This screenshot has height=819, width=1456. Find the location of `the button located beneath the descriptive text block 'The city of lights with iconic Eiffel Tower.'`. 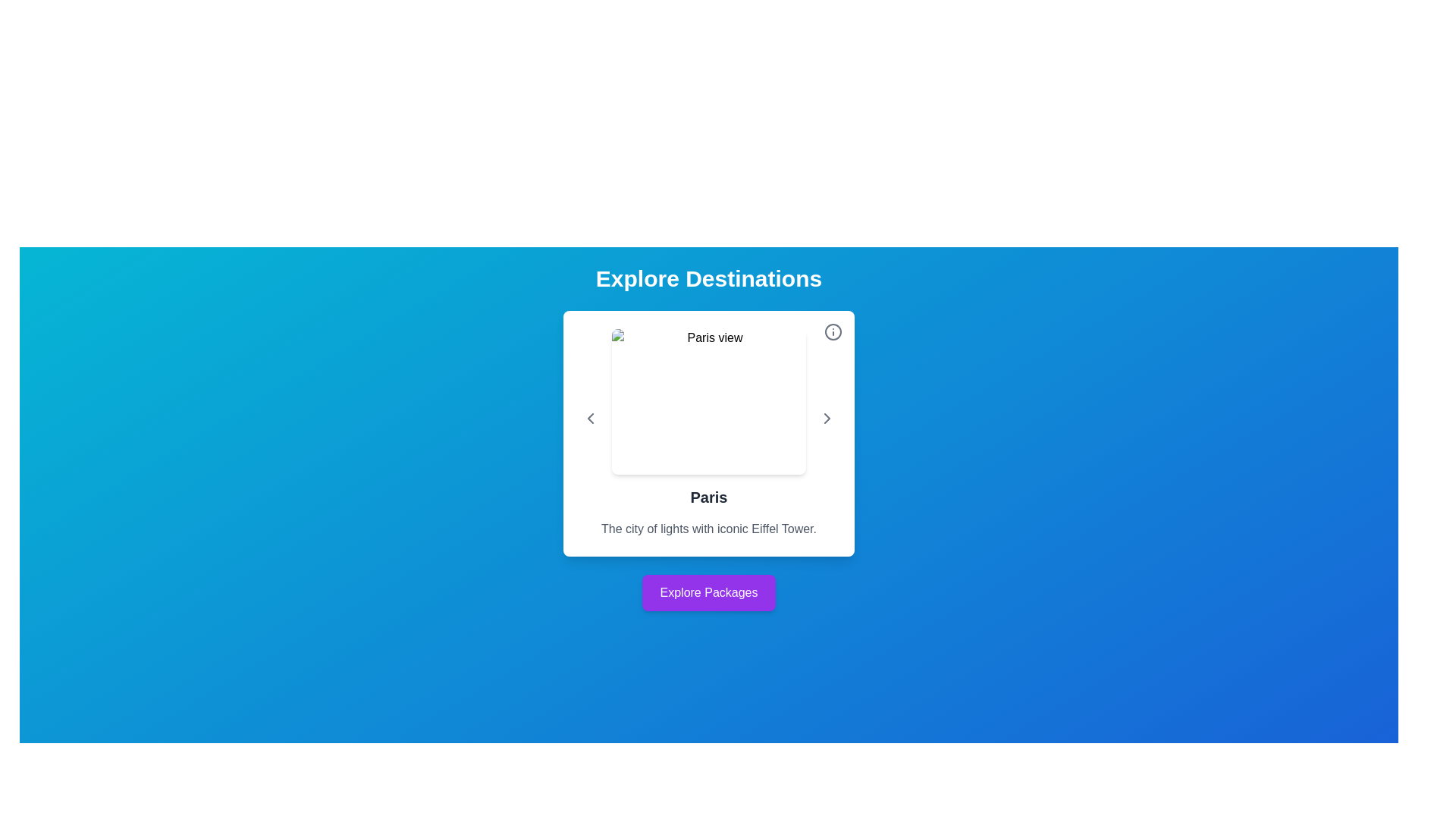

the button located beneath the descriptive text block 'The city of lights with iconic Eiffel Tower.' is located at coordinates (708, 592).